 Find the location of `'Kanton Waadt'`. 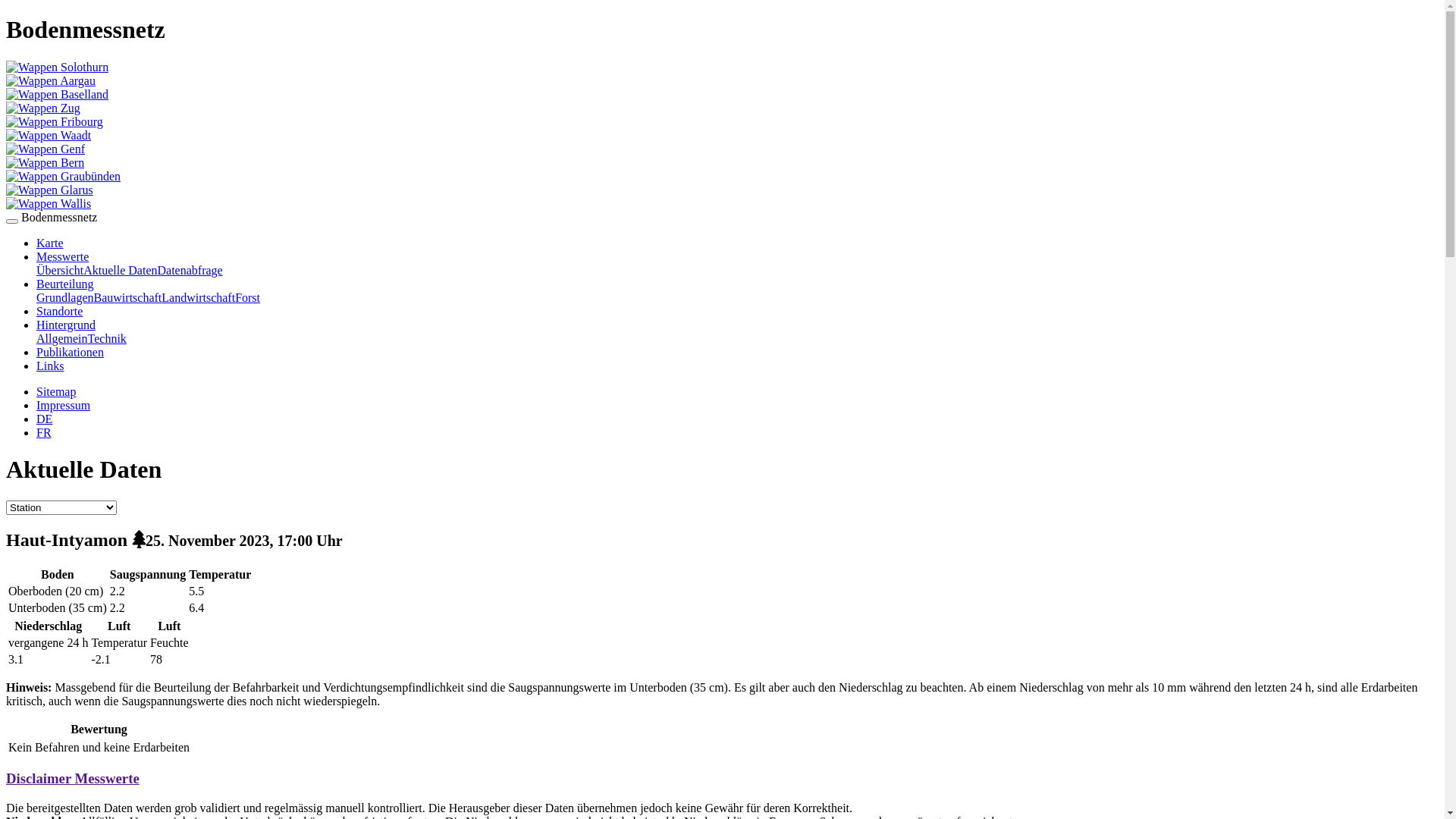

'Kanton Waadt' is located at coordinates (48, 134).